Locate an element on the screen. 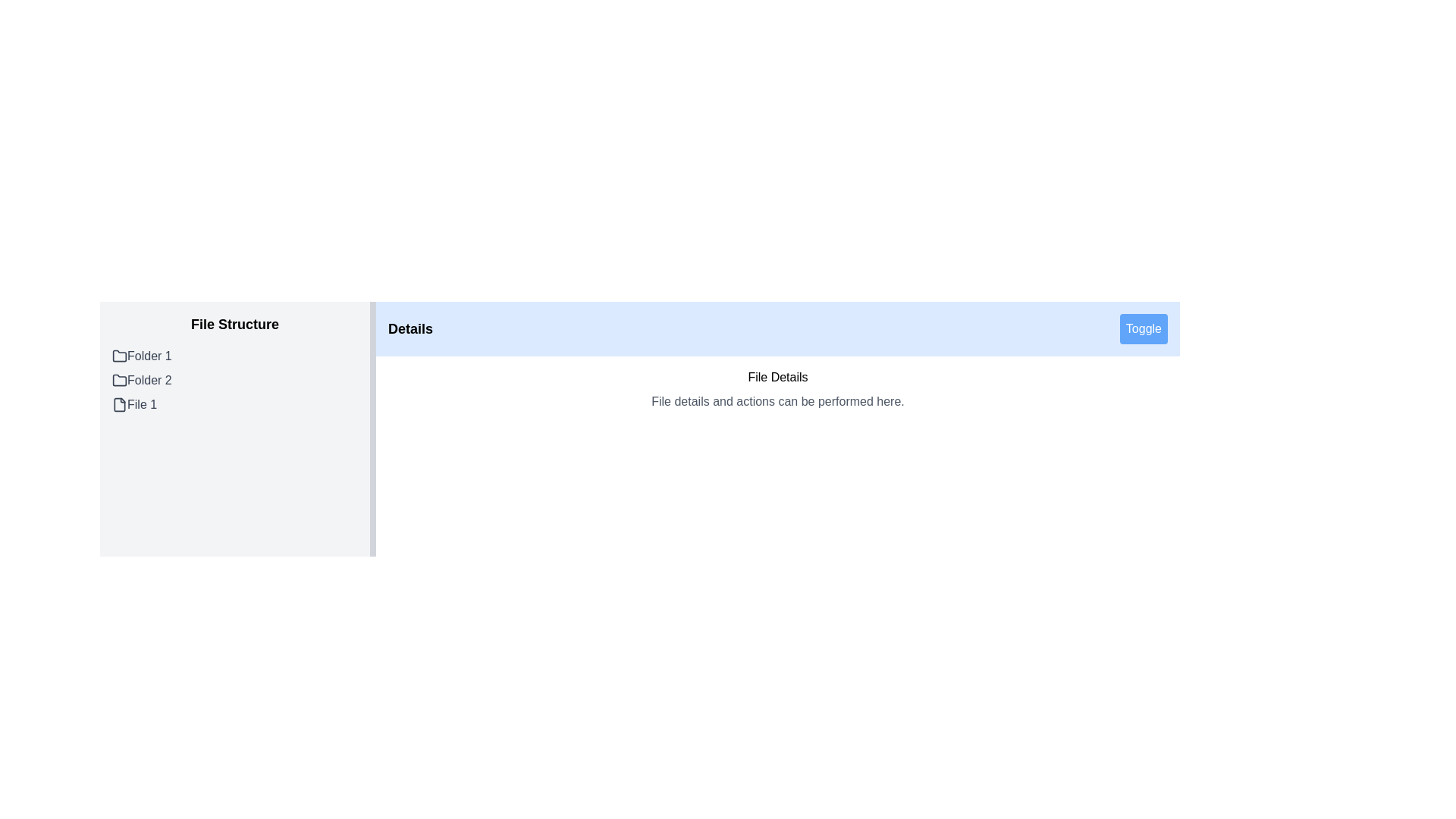 The image size is (1456, 819). the non-interactive text label that serves as the title for the file structure hierarchy in the left-hand sidebar, located above 'Folder 1', 'Folder 2', and 'File 1' is located at coordinates (234, 324).